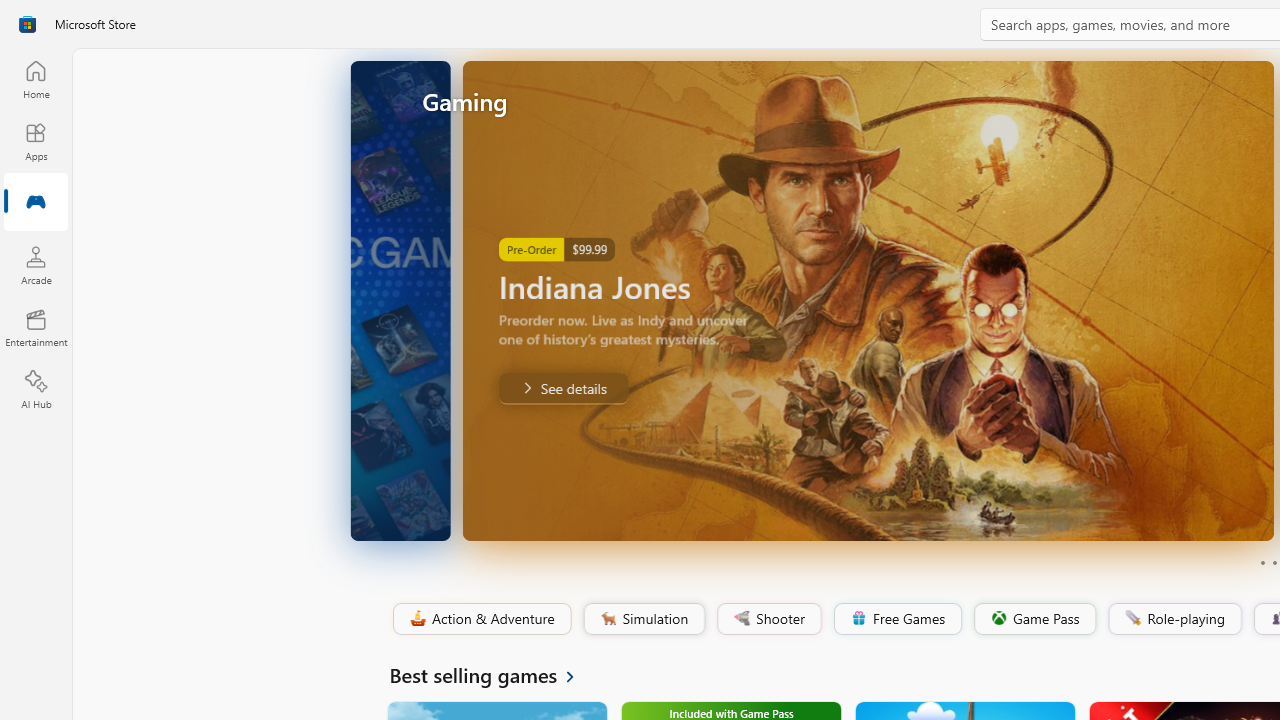 The width and height of the screenshot is (1280, 720). I want to click on 'Gaming', so click(35, 203).